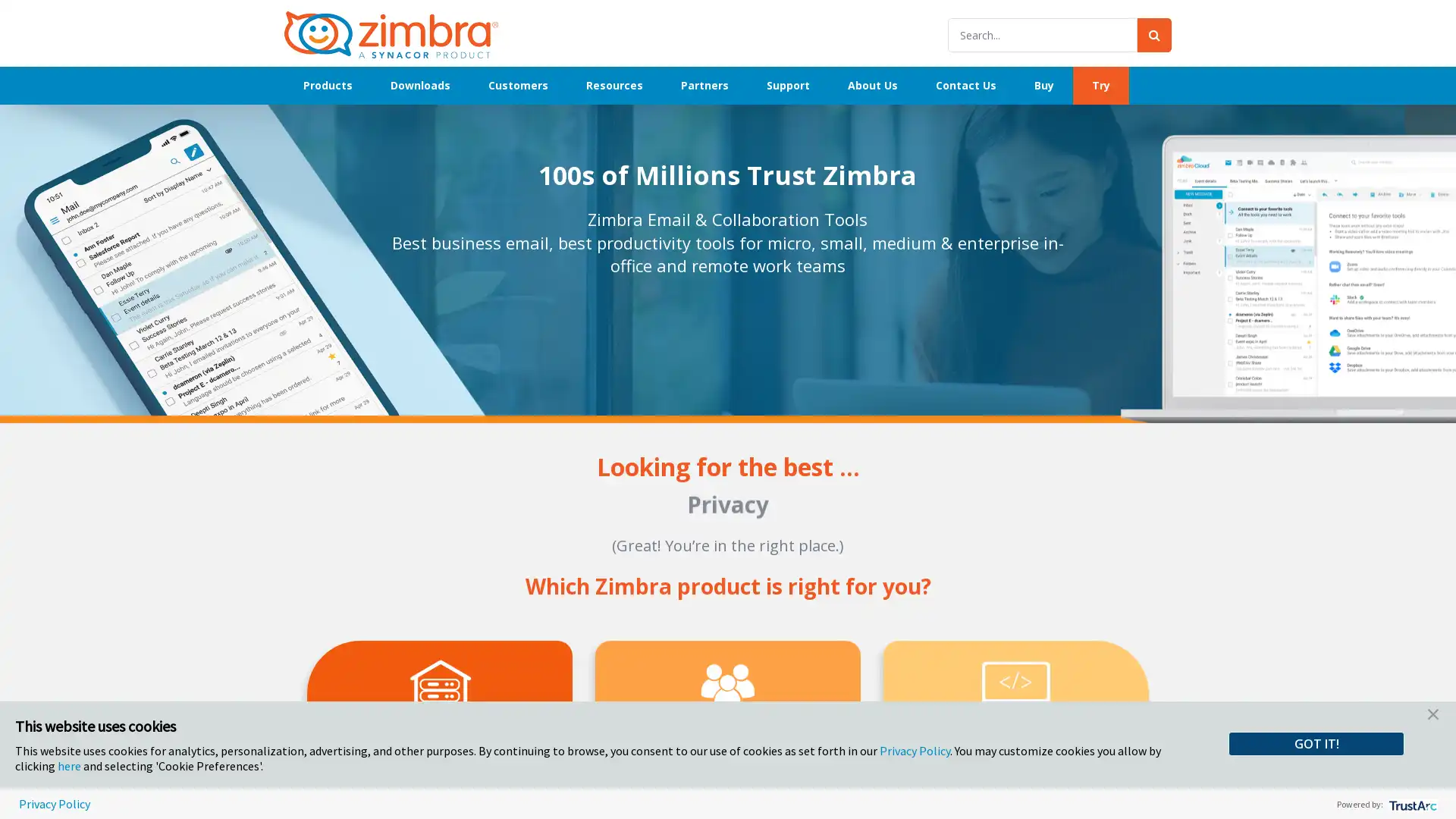  What do you see at coordinates (1316, 742) in the screenshot?
I see `GOT IT!` at bounding box center [1316, 742].